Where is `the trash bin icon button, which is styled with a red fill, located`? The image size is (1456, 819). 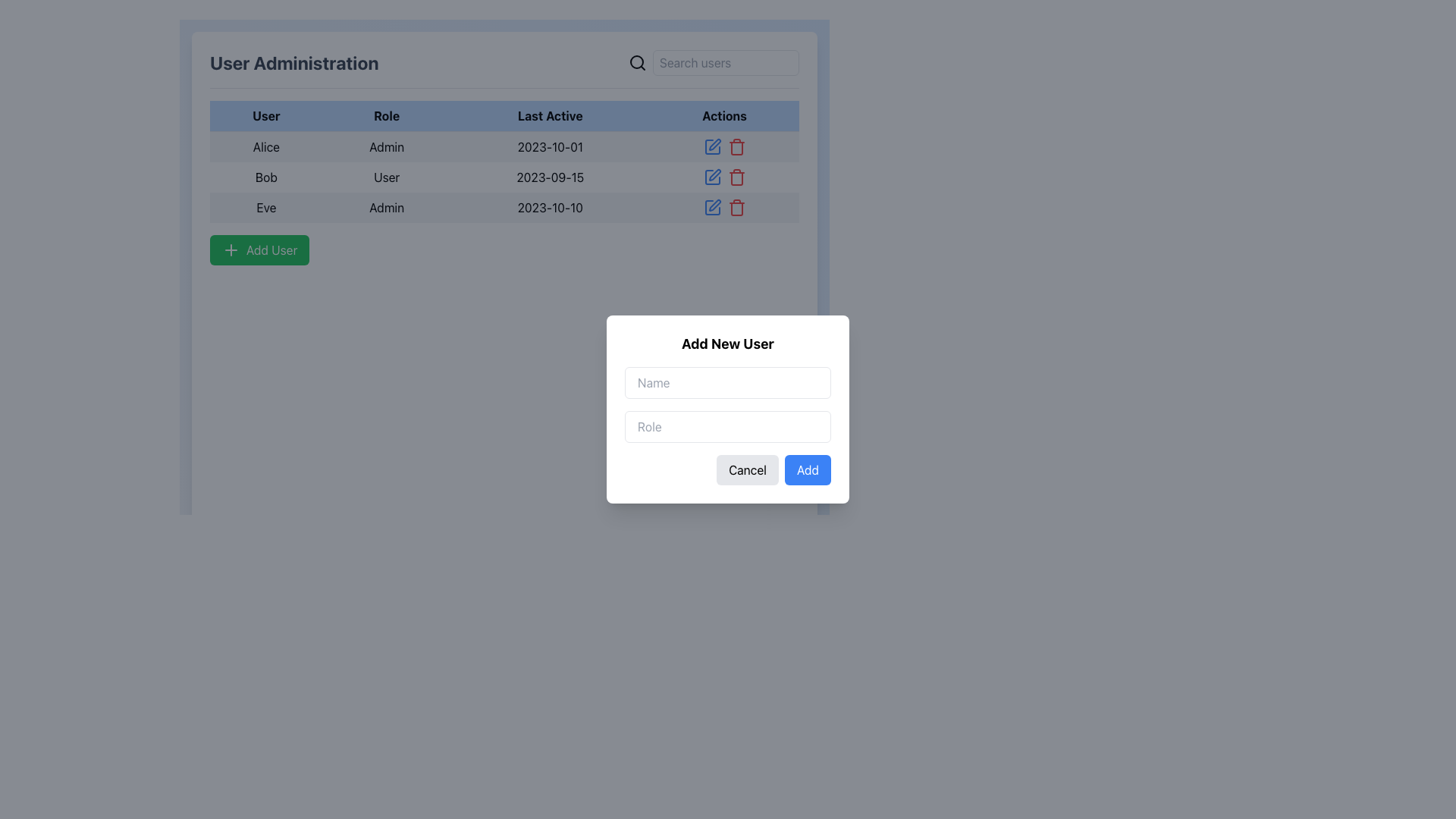 the trash bin icon button, which is styled with a red fill, located is located at coordinates (736, 177).